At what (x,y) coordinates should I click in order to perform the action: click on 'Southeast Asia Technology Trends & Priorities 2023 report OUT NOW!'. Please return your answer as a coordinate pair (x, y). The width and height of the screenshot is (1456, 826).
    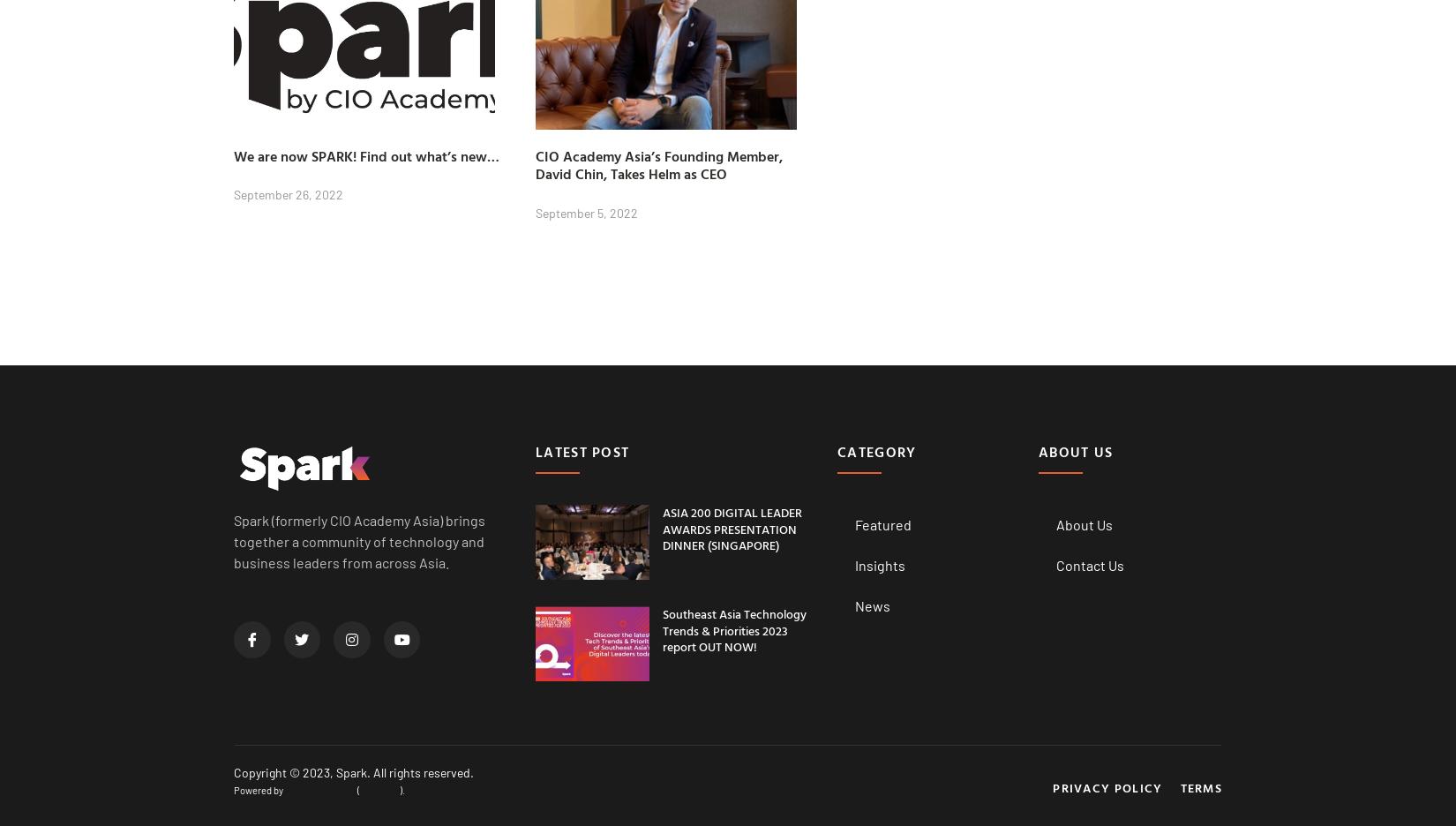
    Looking at the image, I should click on (660, 628).